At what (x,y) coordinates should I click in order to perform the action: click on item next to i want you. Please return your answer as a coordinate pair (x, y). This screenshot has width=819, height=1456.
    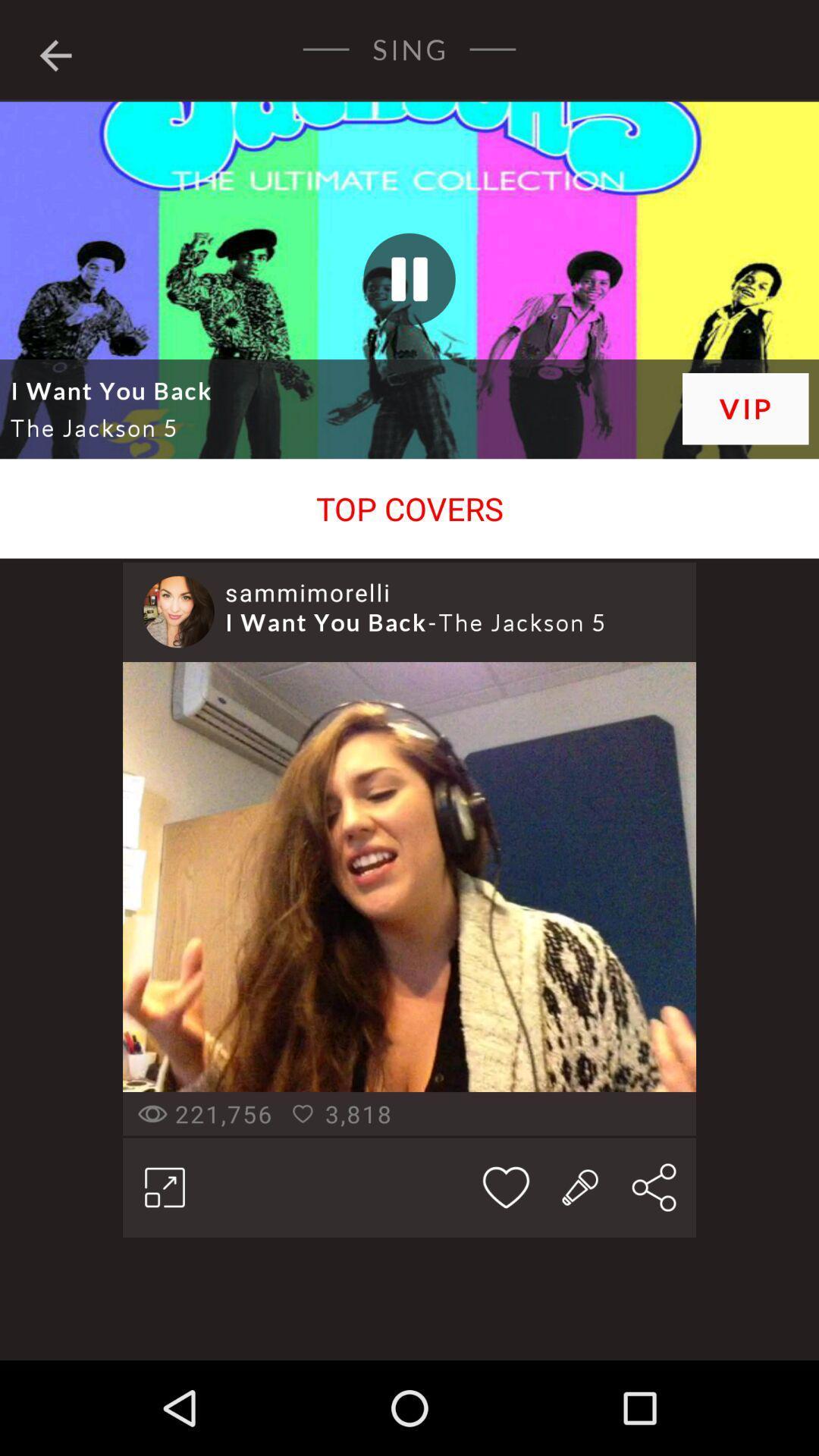
    Looking at the image, I should click on (745, 409).